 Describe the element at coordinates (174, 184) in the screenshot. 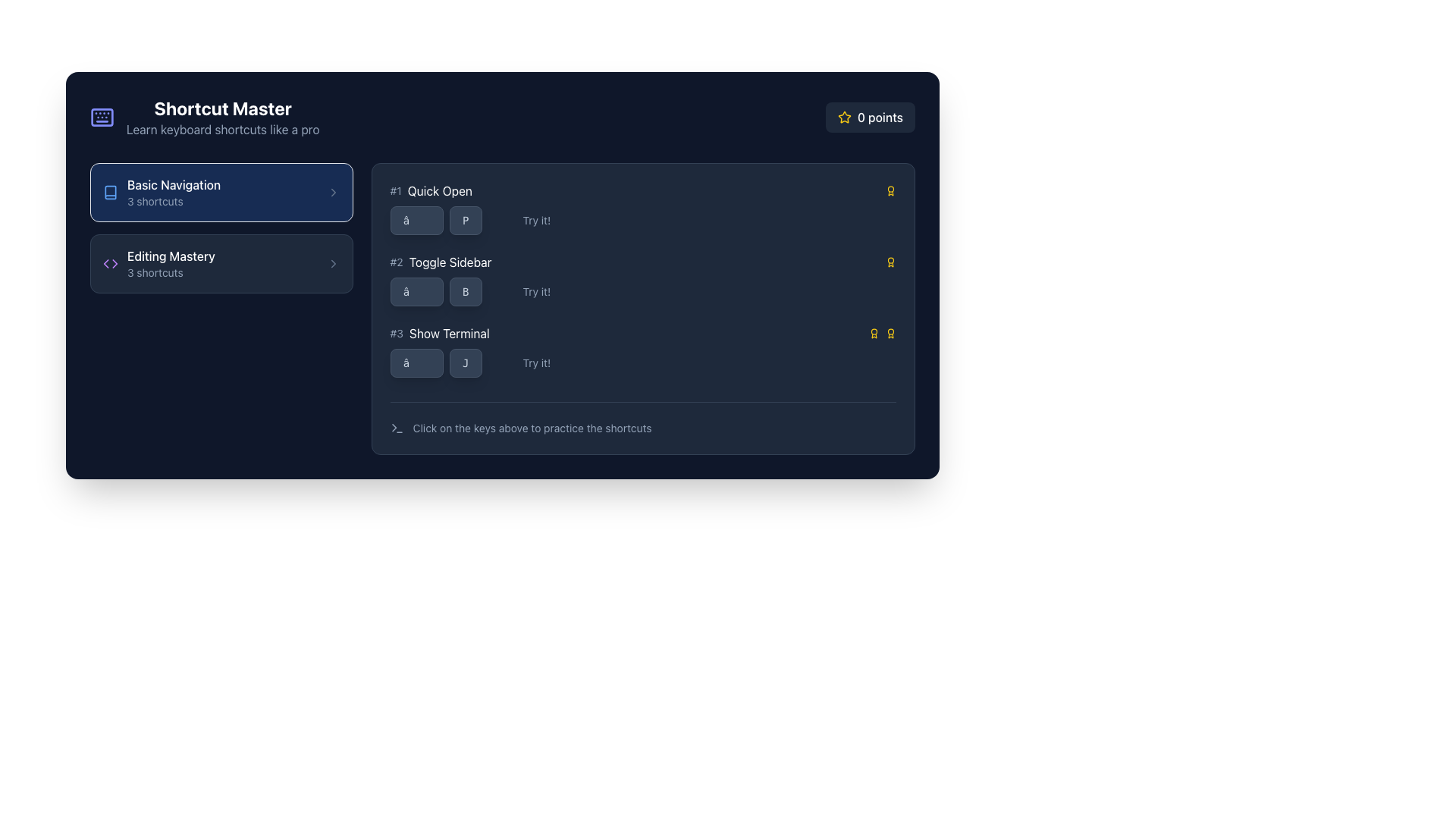

I see `the text label 'Basic Navigation' which is styled with a white font color and is prominently positioned in the left panel under the title 'Shortcut Master'` at that location.